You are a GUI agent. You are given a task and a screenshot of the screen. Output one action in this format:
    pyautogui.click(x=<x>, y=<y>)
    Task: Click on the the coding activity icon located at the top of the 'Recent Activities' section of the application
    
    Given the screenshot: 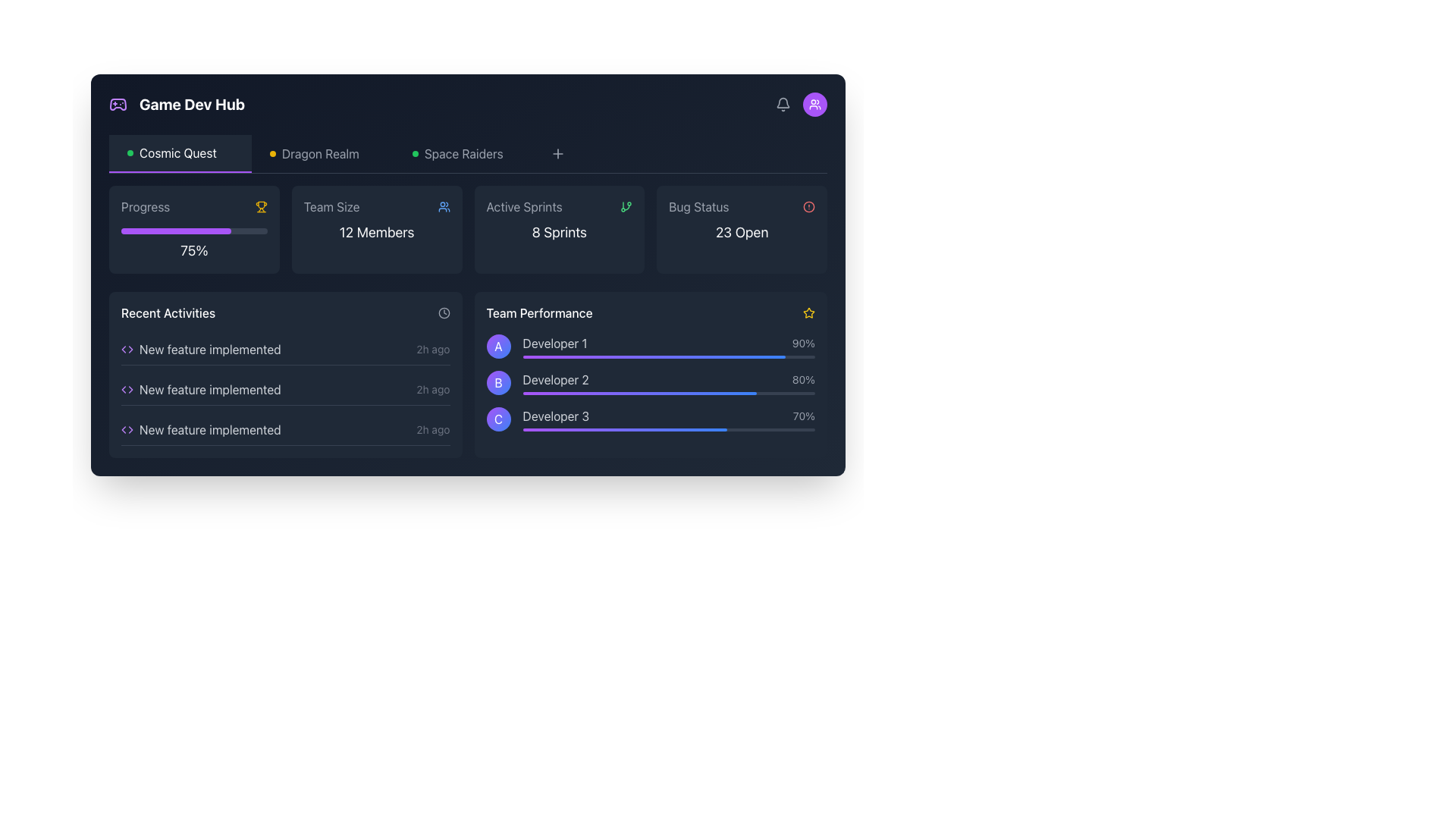 What is the action you would take?
    pyautogui.click(x=127, y=350)
    